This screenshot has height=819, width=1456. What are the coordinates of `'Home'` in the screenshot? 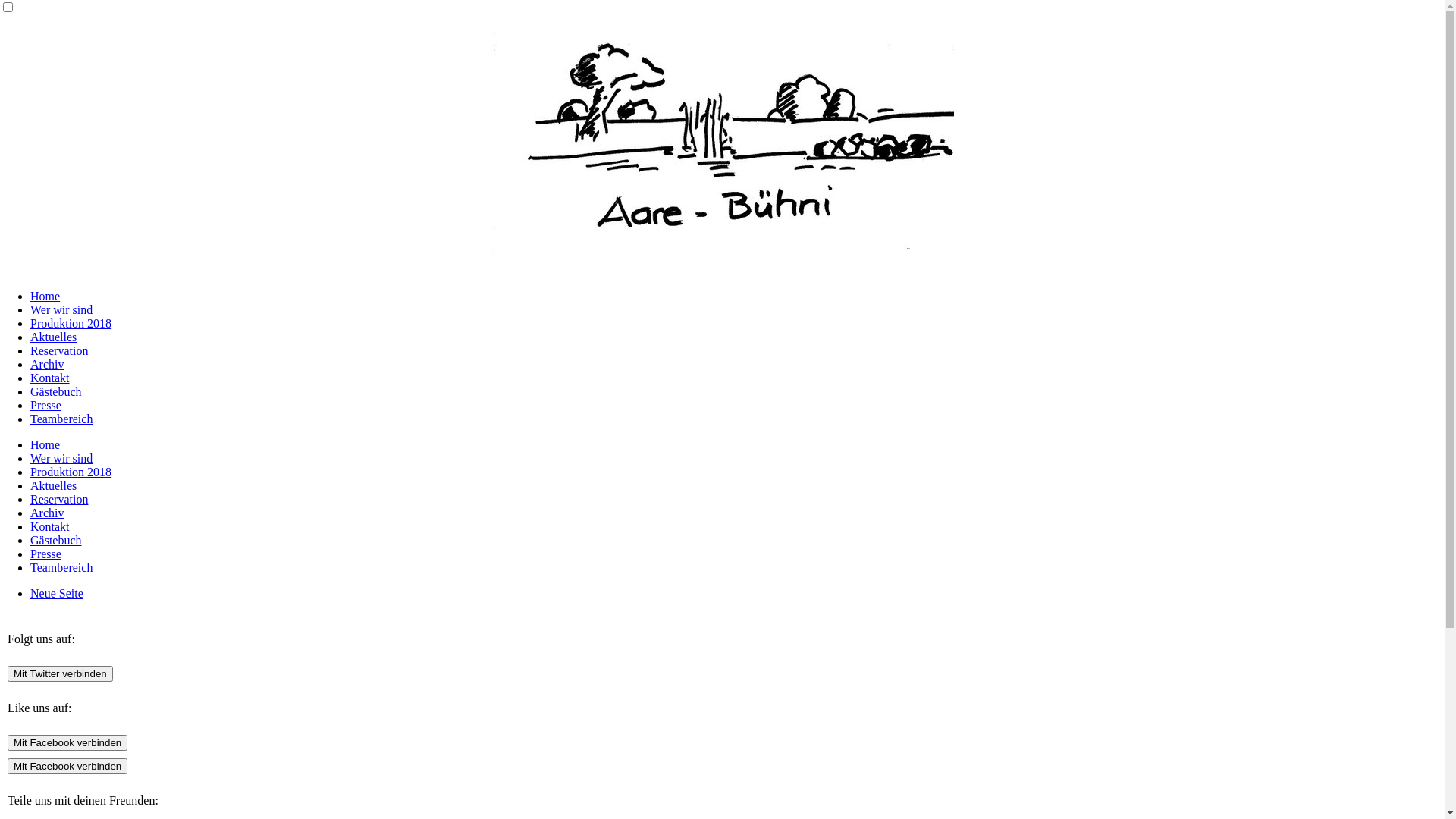 It's located at (45, 444).